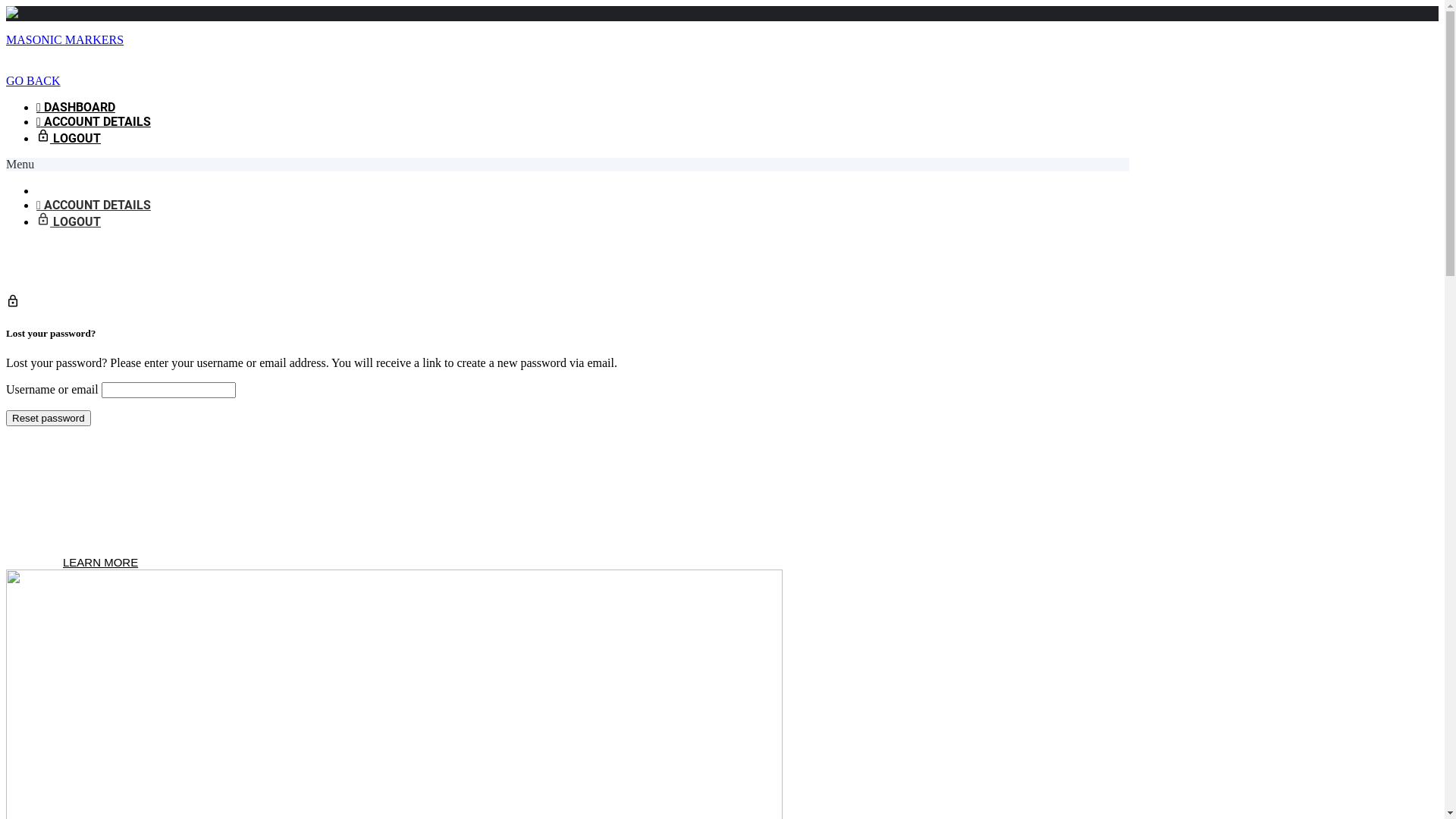 This screenshot has width=1456, height=819. I want to click on 'ACCOUNT DETAILS', so click(93, 121).